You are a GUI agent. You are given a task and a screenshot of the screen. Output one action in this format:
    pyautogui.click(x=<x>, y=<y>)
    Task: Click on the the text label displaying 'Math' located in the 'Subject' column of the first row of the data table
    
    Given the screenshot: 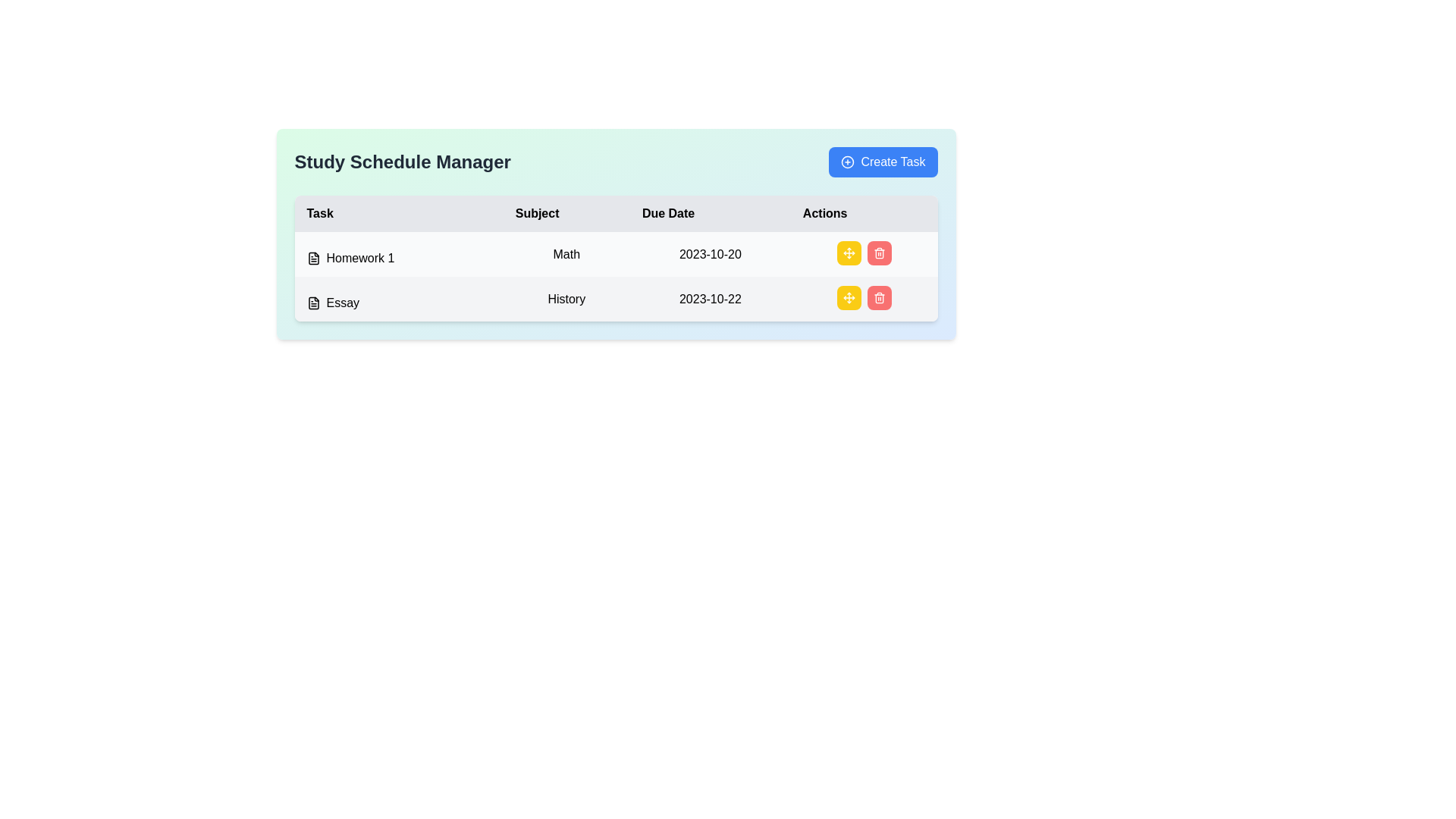 What is the action you would take?
    pyautogui.click(x=566, y=253)
    